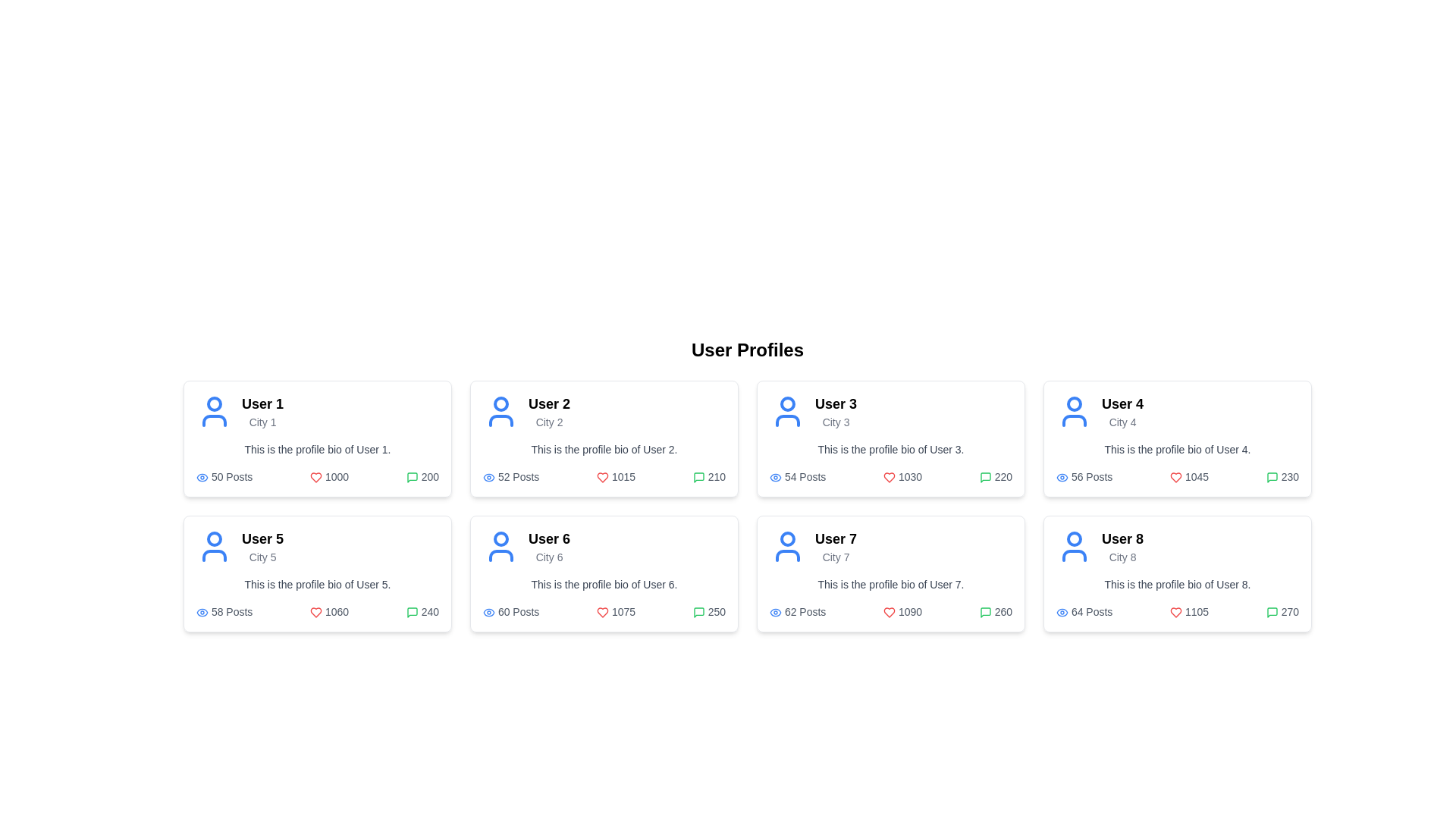  What do you see at coordinates (262, 538) in the screenshot?
I see `the bold title text label reading 'User 5' at the top of the user profile card located in the second row, first column of the grid` at bounding box center [262, 538].